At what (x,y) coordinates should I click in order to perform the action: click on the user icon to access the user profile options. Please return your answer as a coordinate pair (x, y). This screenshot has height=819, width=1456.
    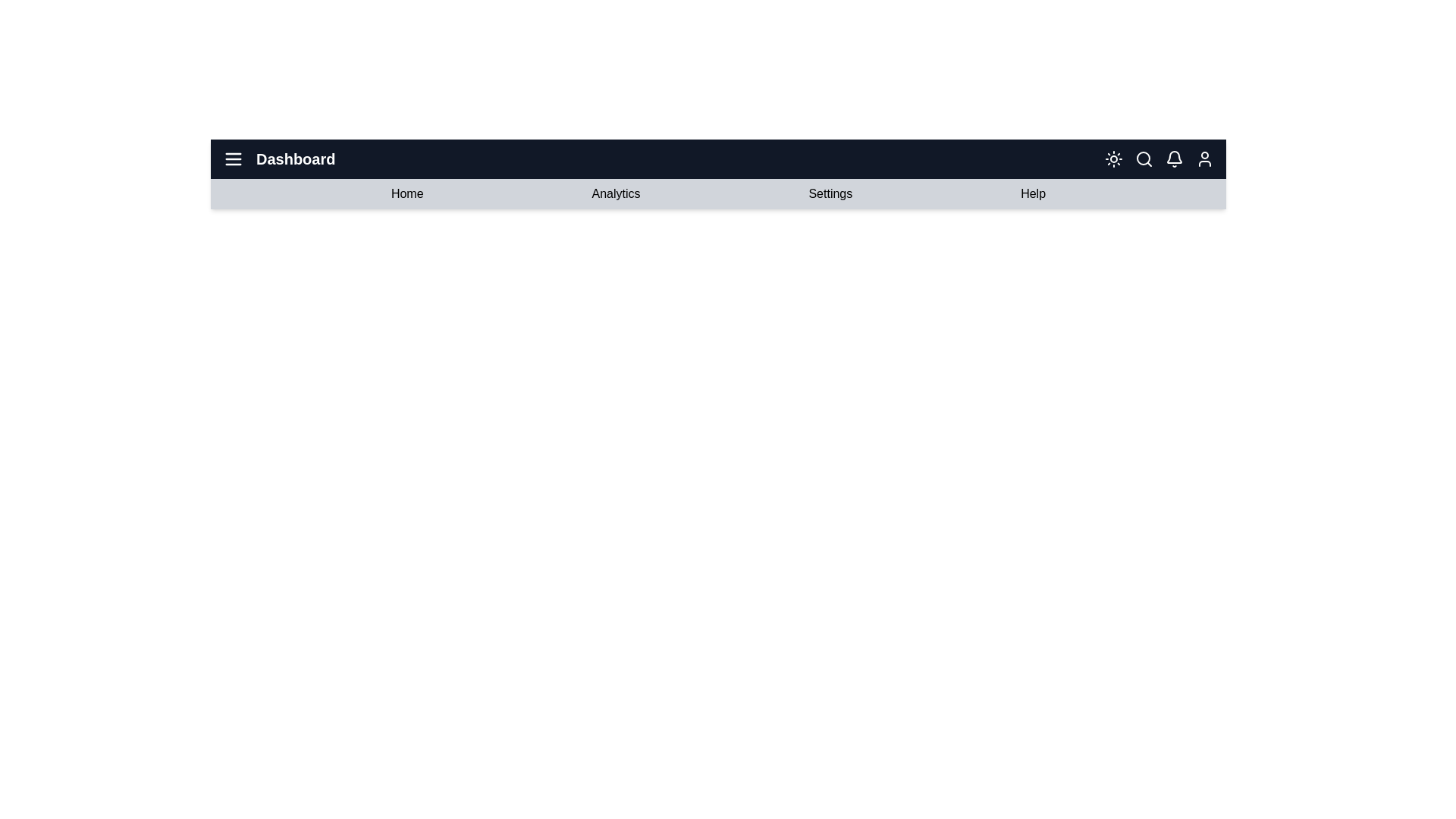
    Looking at the image, I should click on (1203, 158).